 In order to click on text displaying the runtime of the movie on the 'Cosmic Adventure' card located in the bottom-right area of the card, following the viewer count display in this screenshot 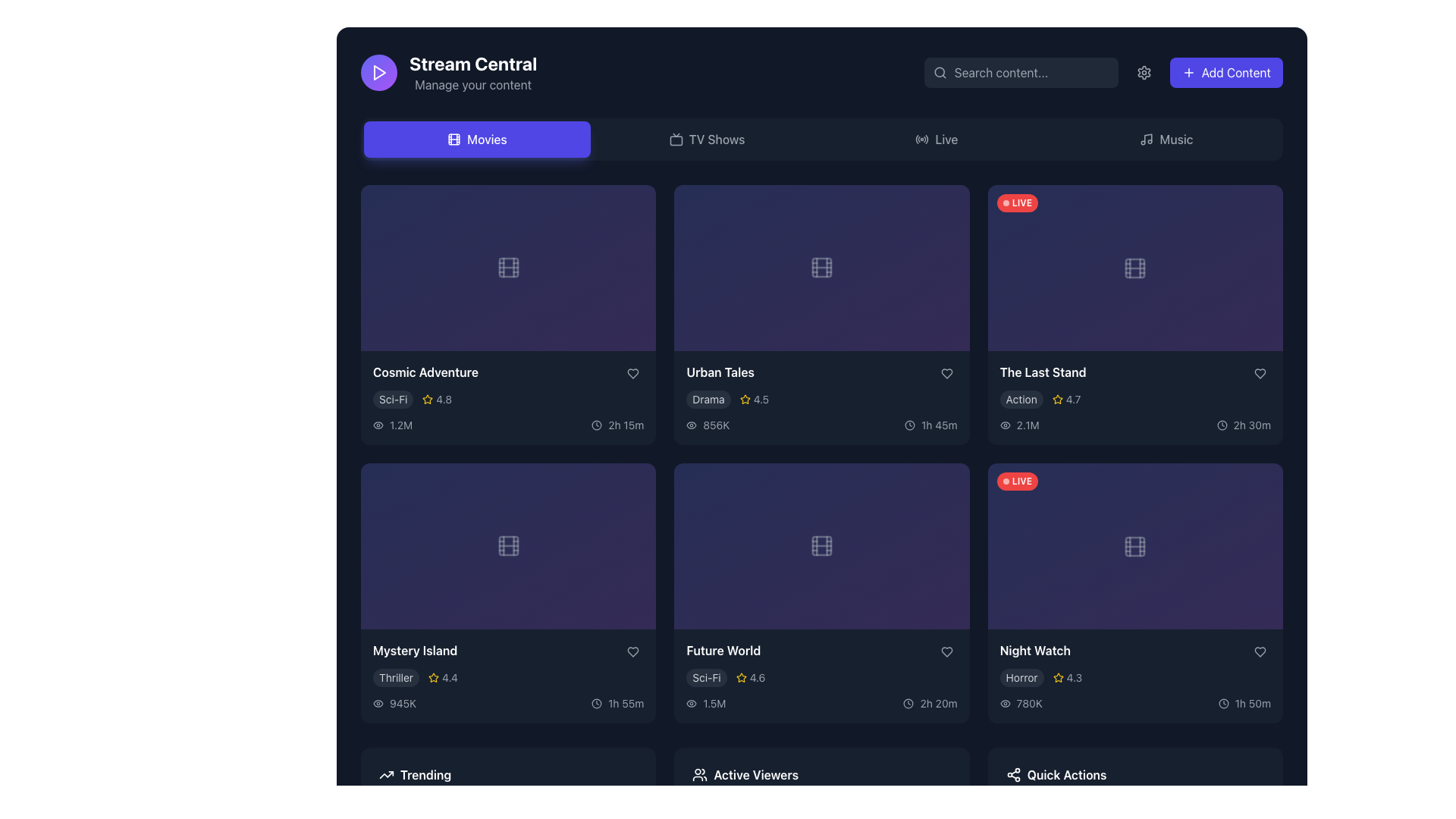, I will do `click(617, 425)`.